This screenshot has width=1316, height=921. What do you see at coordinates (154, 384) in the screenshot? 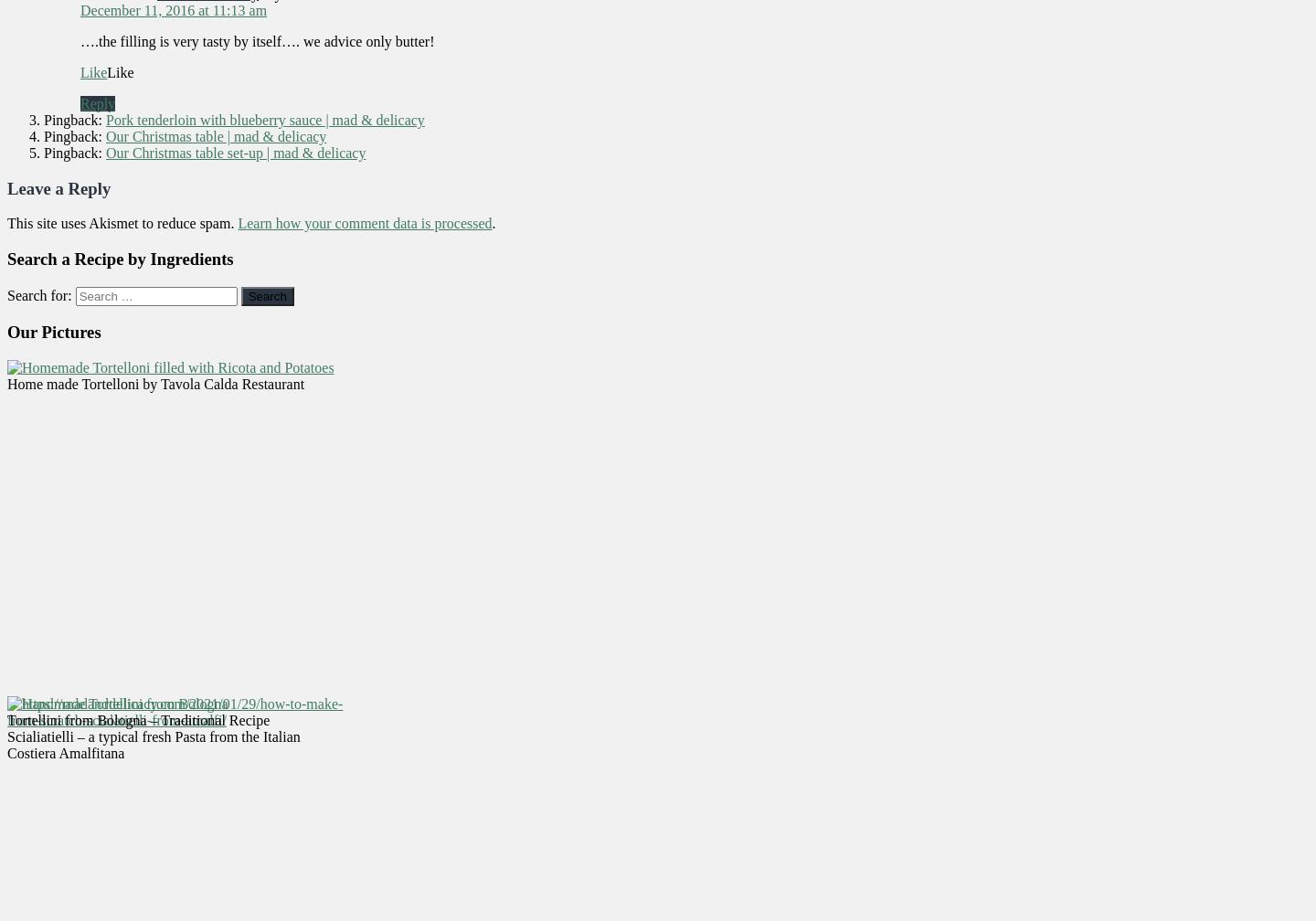
I see `'Home made Tortelloni by Tavola Calda Restaurant'` at bounding box center [154, 384].